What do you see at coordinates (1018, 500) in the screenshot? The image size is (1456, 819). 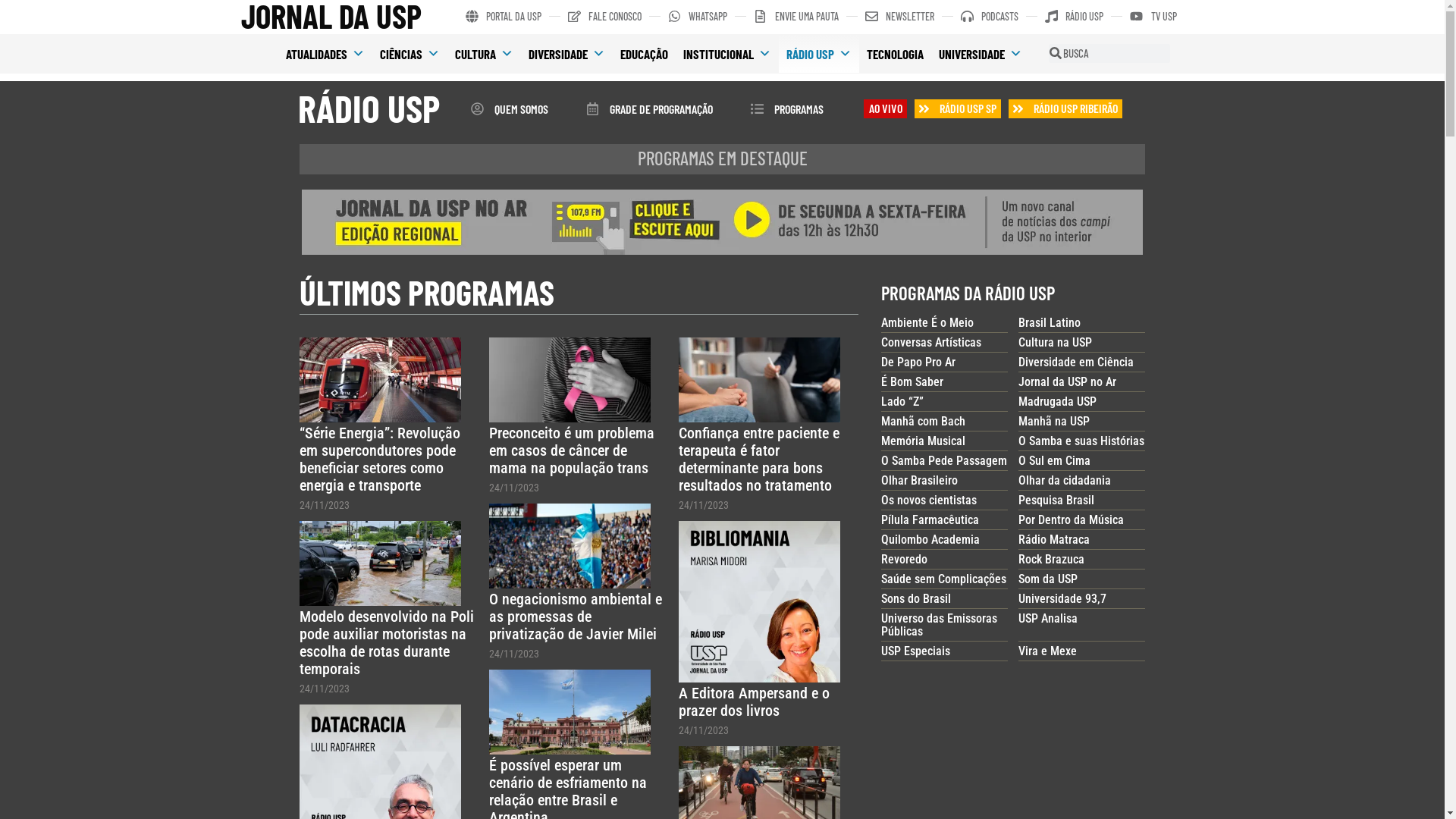 I see `'Pesquisa Brasil'` at bounding box center [1018, 500].